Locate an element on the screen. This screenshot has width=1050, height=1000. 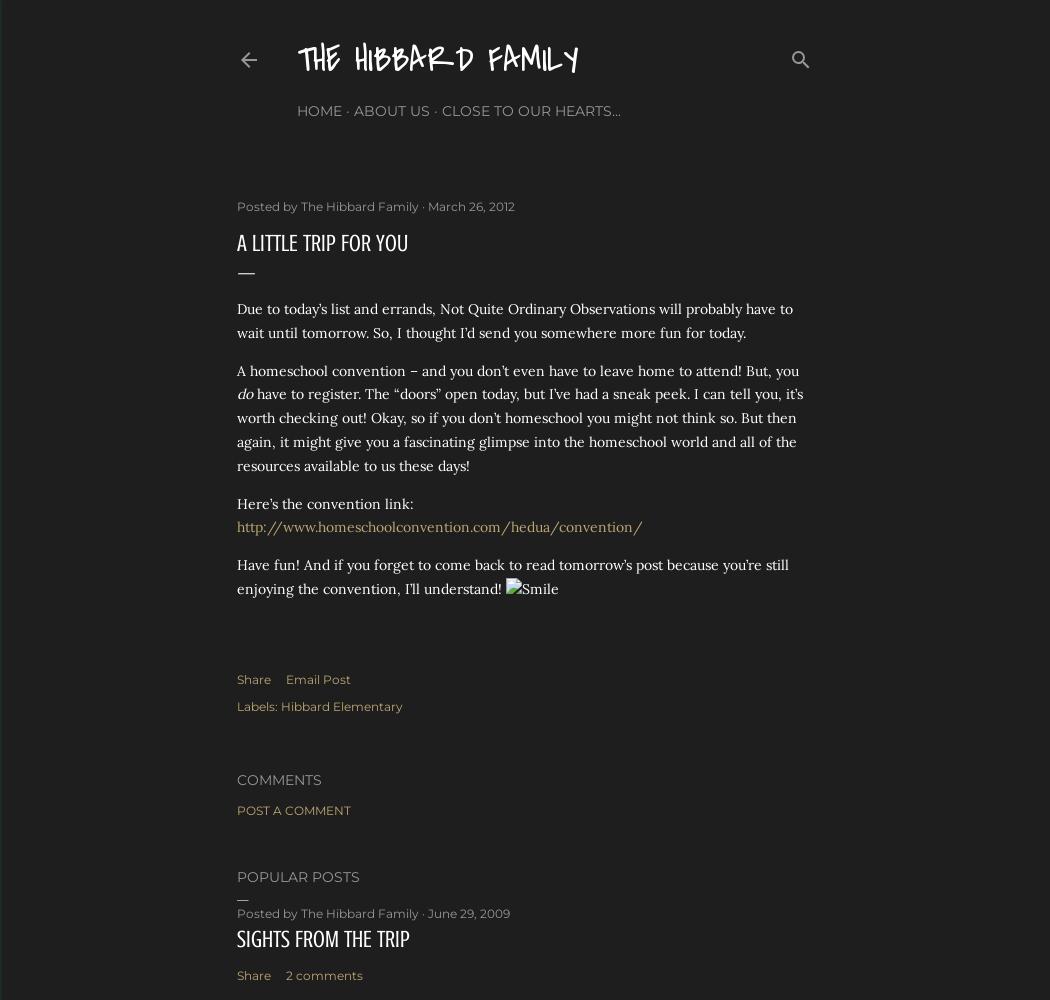
'Sights from the Trip' is located at coordinates (323, 938).